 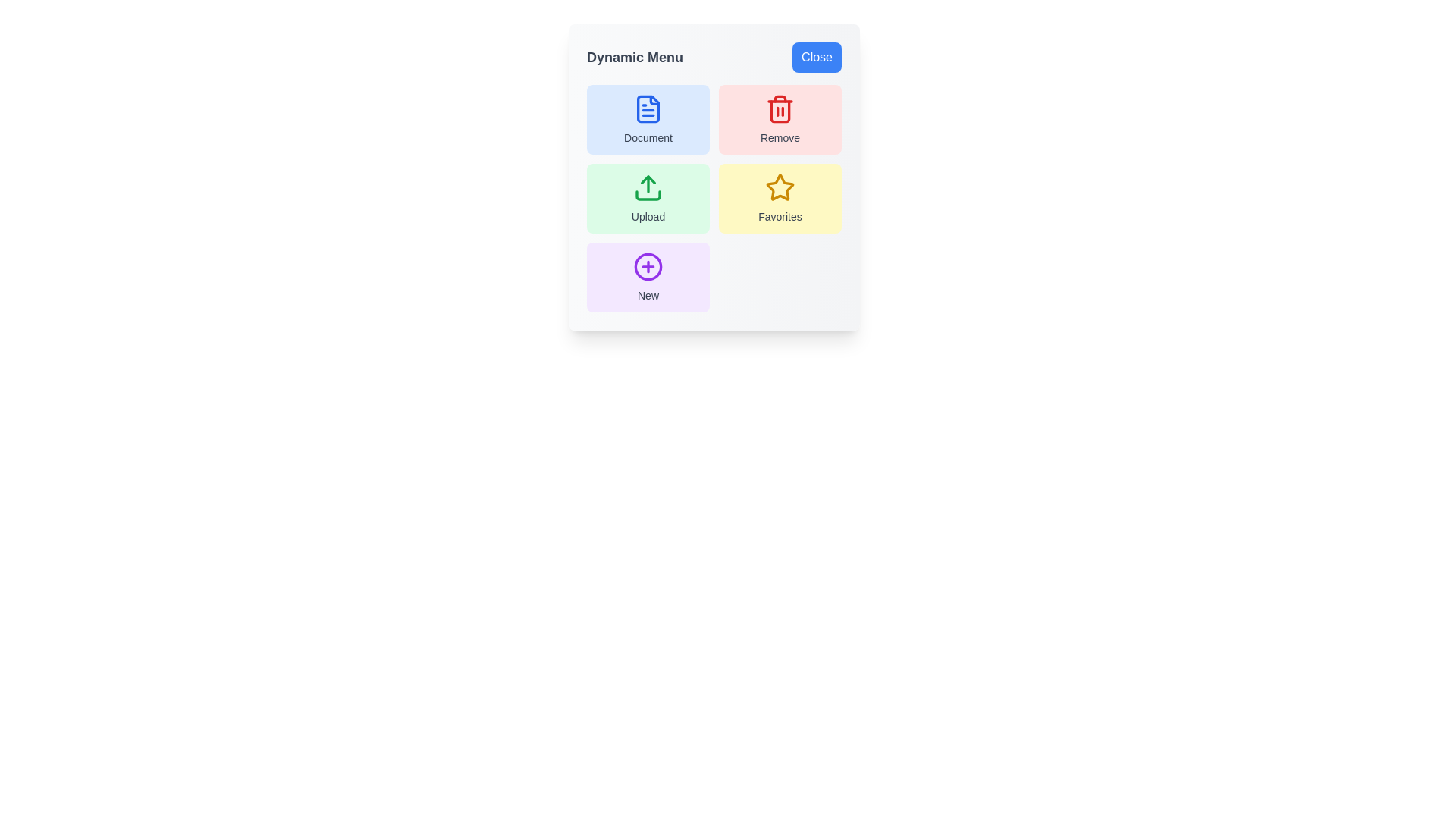 I want to click on the text label within the blue tile in the upper-left corner that describes the 'Document' functionality, located beneath the document icon, so click(x=648, y=137).